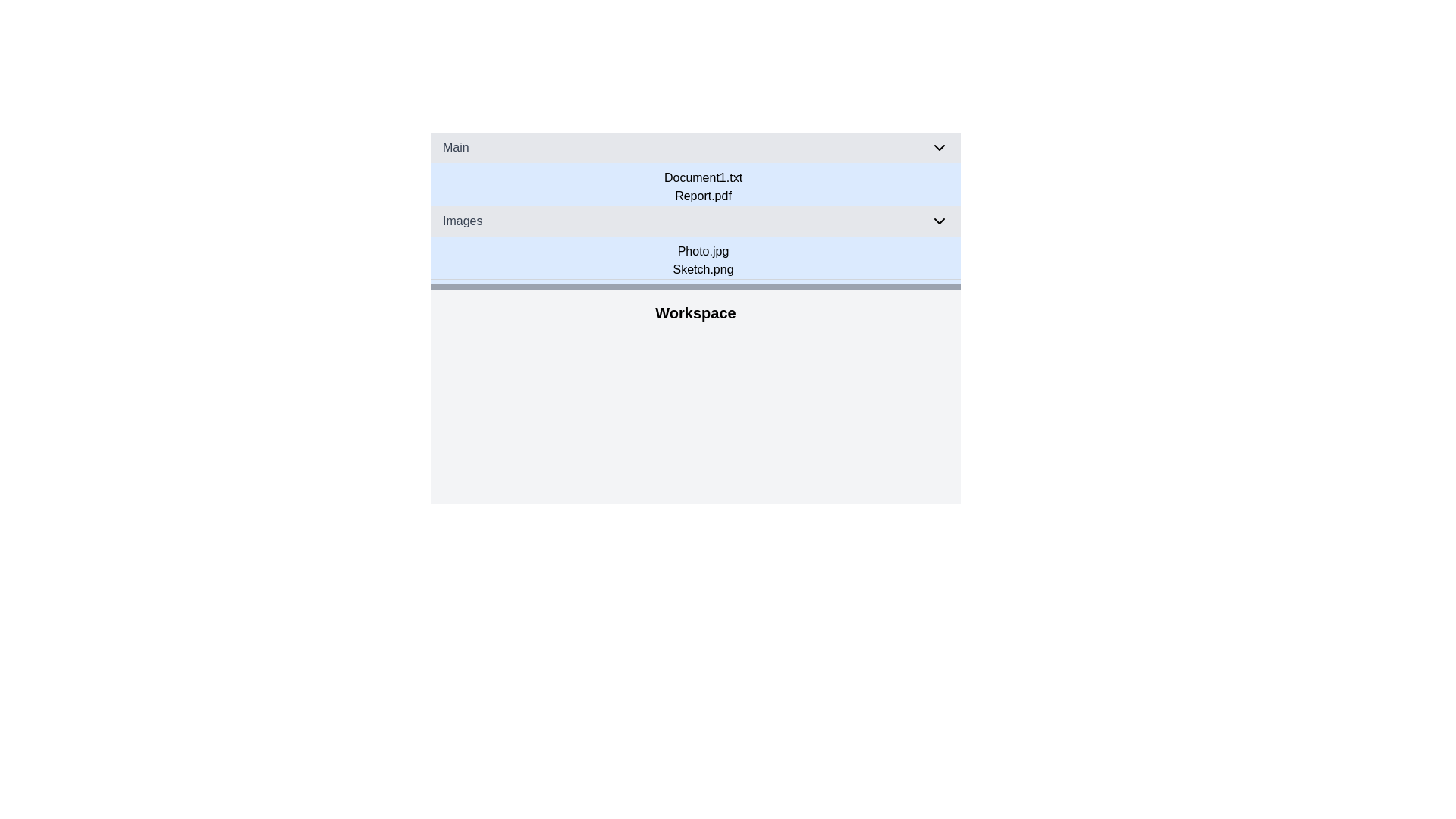  I want to click on the text label indicating a section related to image files, located in the upper-left part of the light-gray rectangular section next to an arrow-like icon, so click(462, 221).